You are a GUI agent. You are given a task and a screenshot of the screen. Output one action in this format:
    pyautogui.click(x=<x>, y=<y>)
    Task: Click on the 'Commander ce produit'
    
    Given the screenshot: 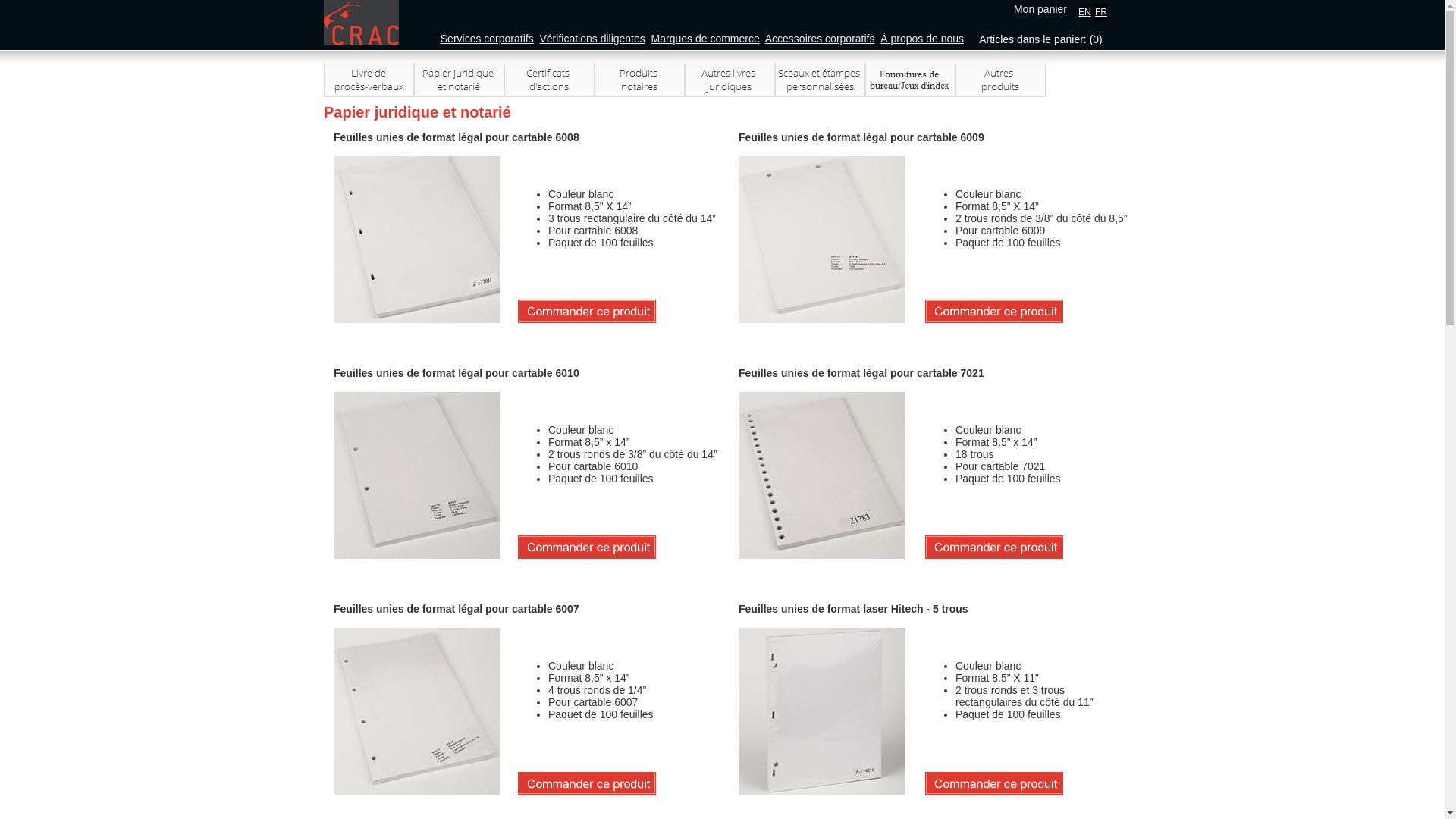 What is the action you would take?
    pyautogui.click(x=993, y=547)
    